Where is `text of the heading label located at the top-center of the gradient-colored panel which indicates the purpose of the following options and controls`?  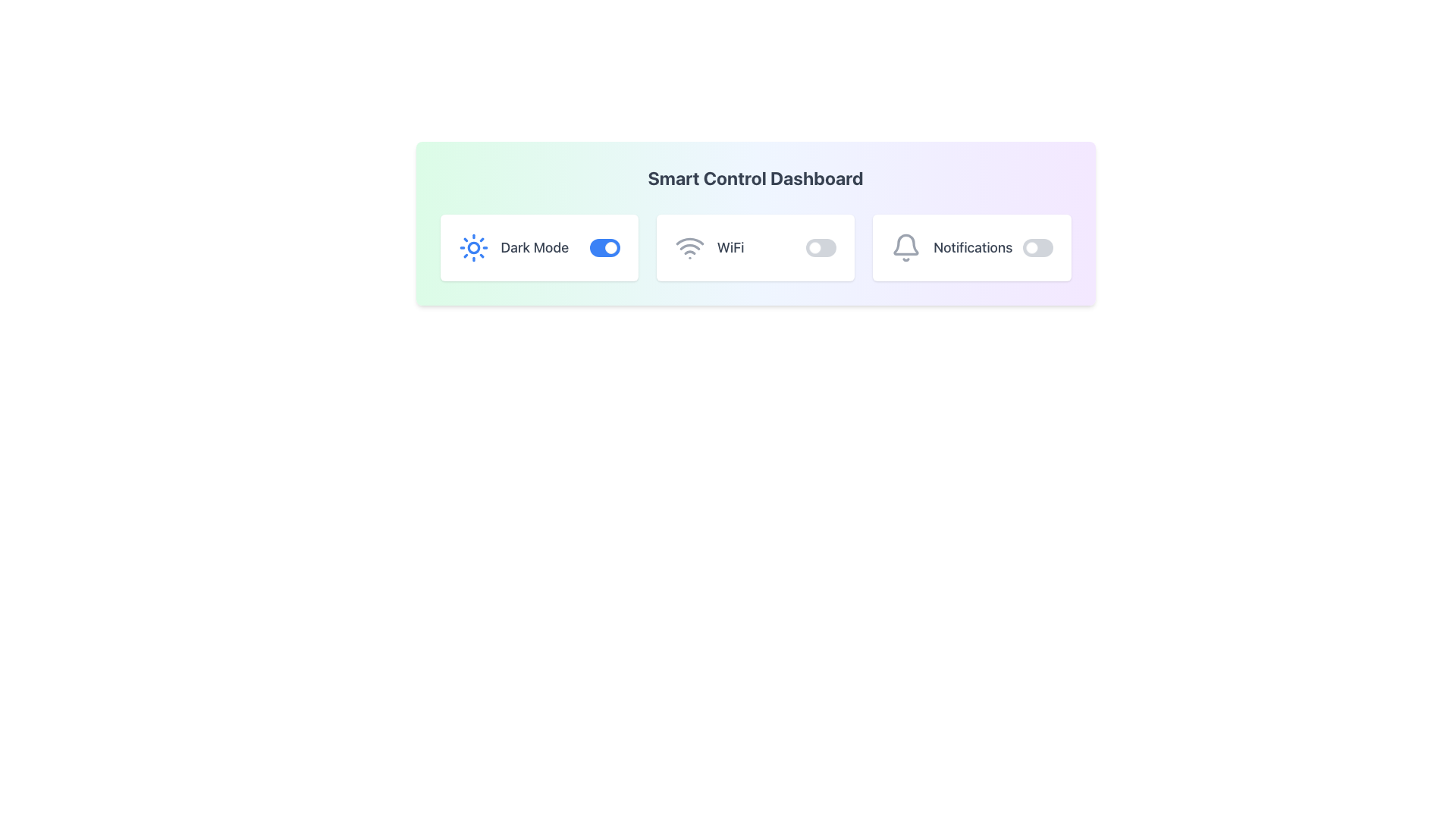
text of the heading label located at the top-center of the gradient-colored panel which indicates the purpose of the following options and controls is located at coordinates (755, 177).